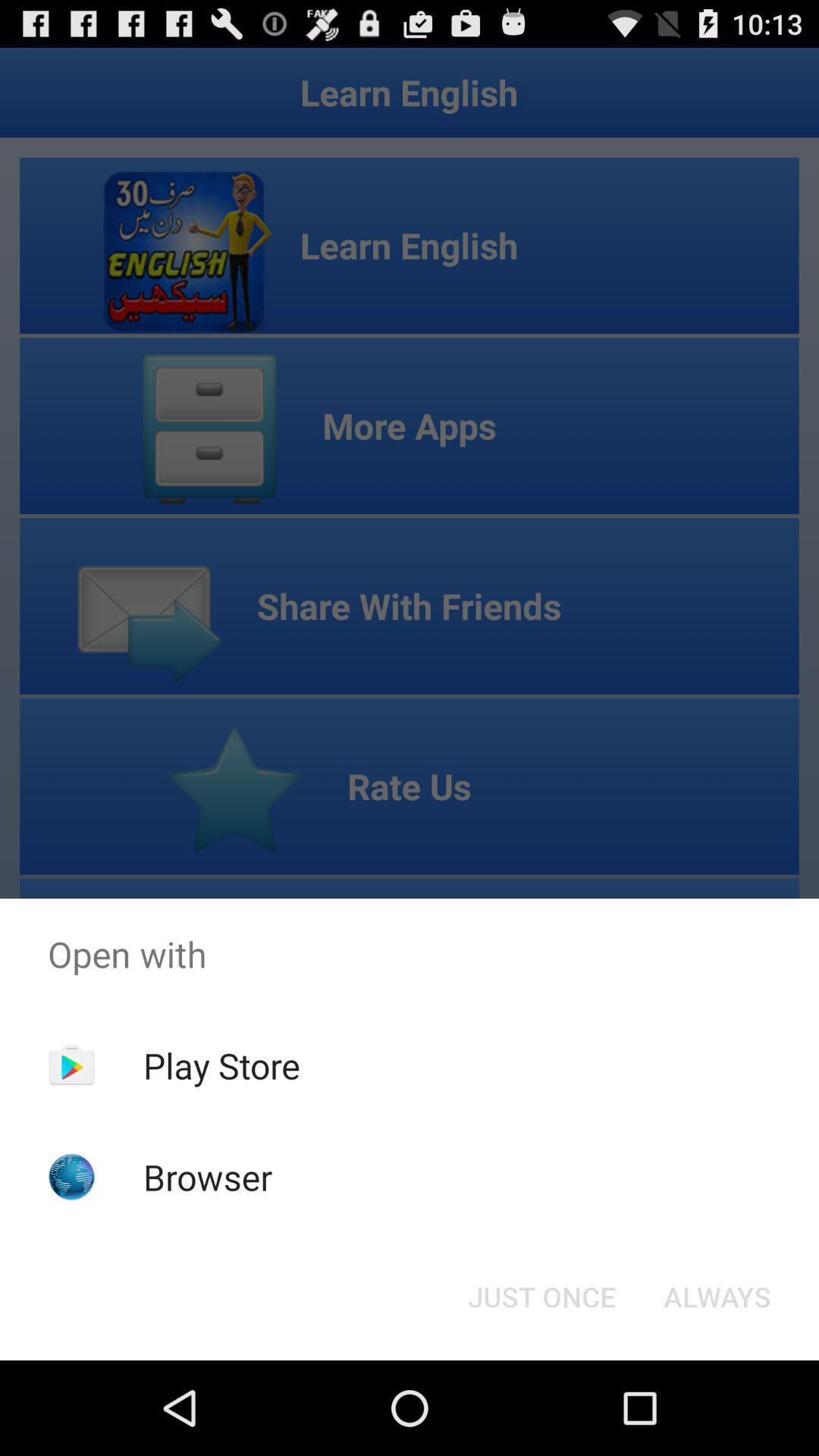 The width and height of the screenshot is (819, 1456). Describe the element at coordinates (541, 1295) in the screenshot. I see `just once at the bottom` at that location.